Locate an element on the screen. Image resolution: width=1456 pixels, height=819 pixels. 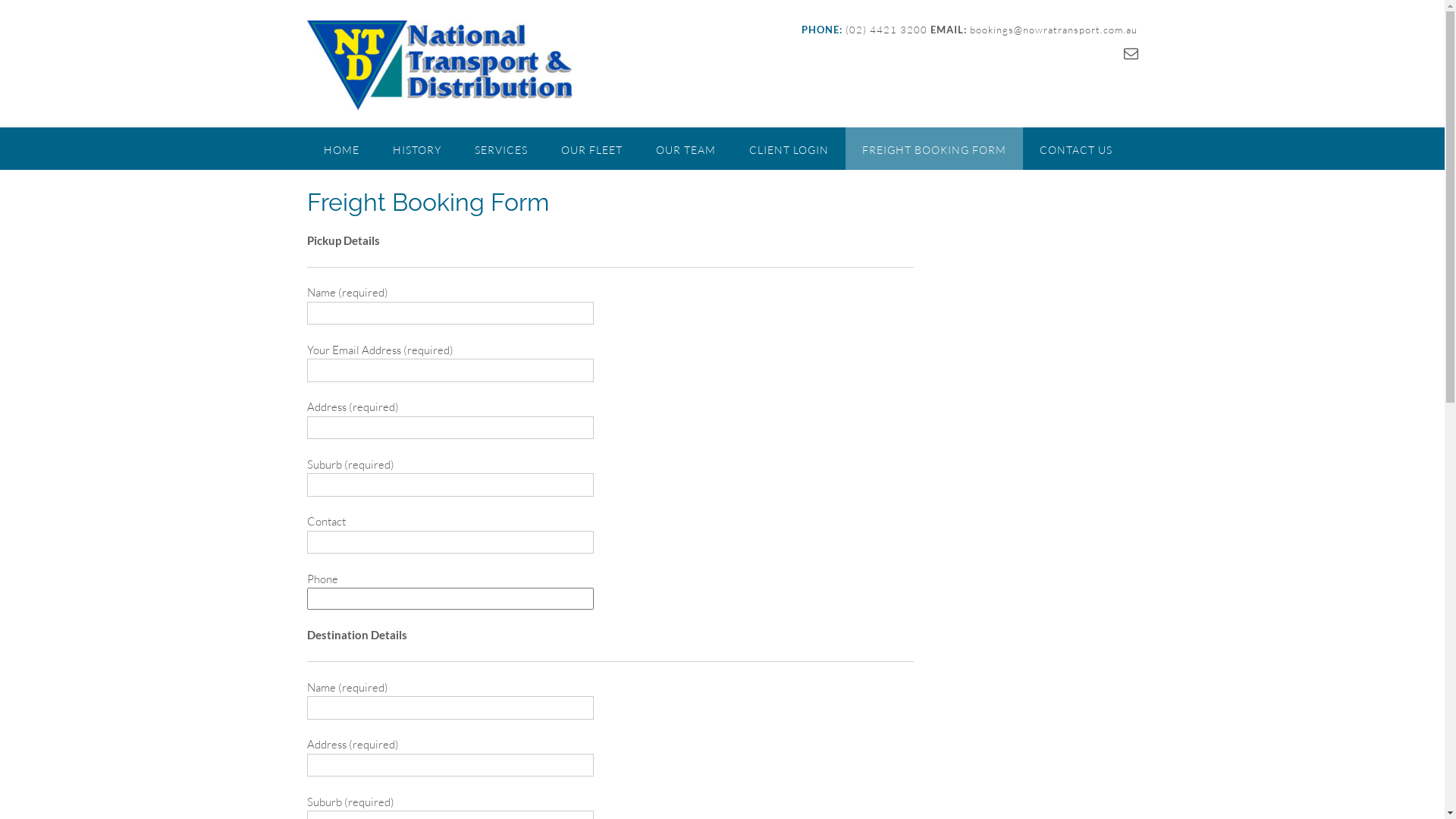
'OUR TEAM' is located at coordinates (638, 149).